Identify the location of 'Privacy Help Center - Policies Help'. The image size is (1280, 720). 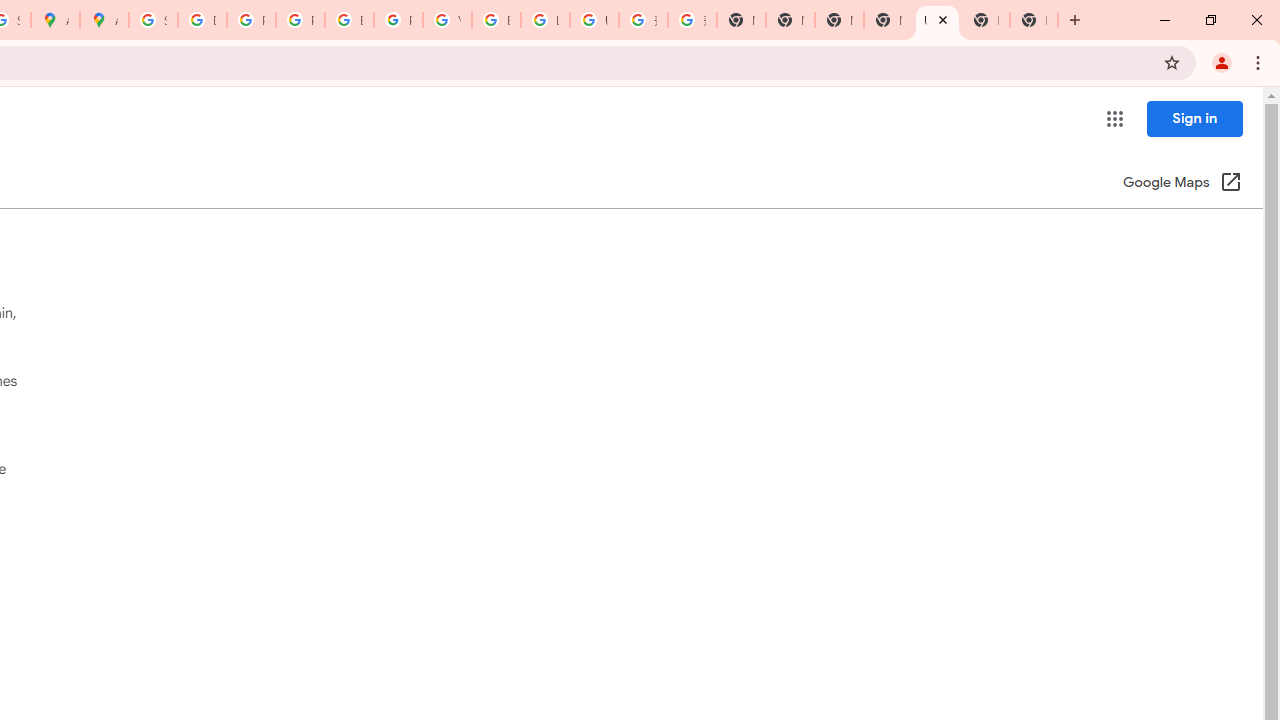
(299, 20).